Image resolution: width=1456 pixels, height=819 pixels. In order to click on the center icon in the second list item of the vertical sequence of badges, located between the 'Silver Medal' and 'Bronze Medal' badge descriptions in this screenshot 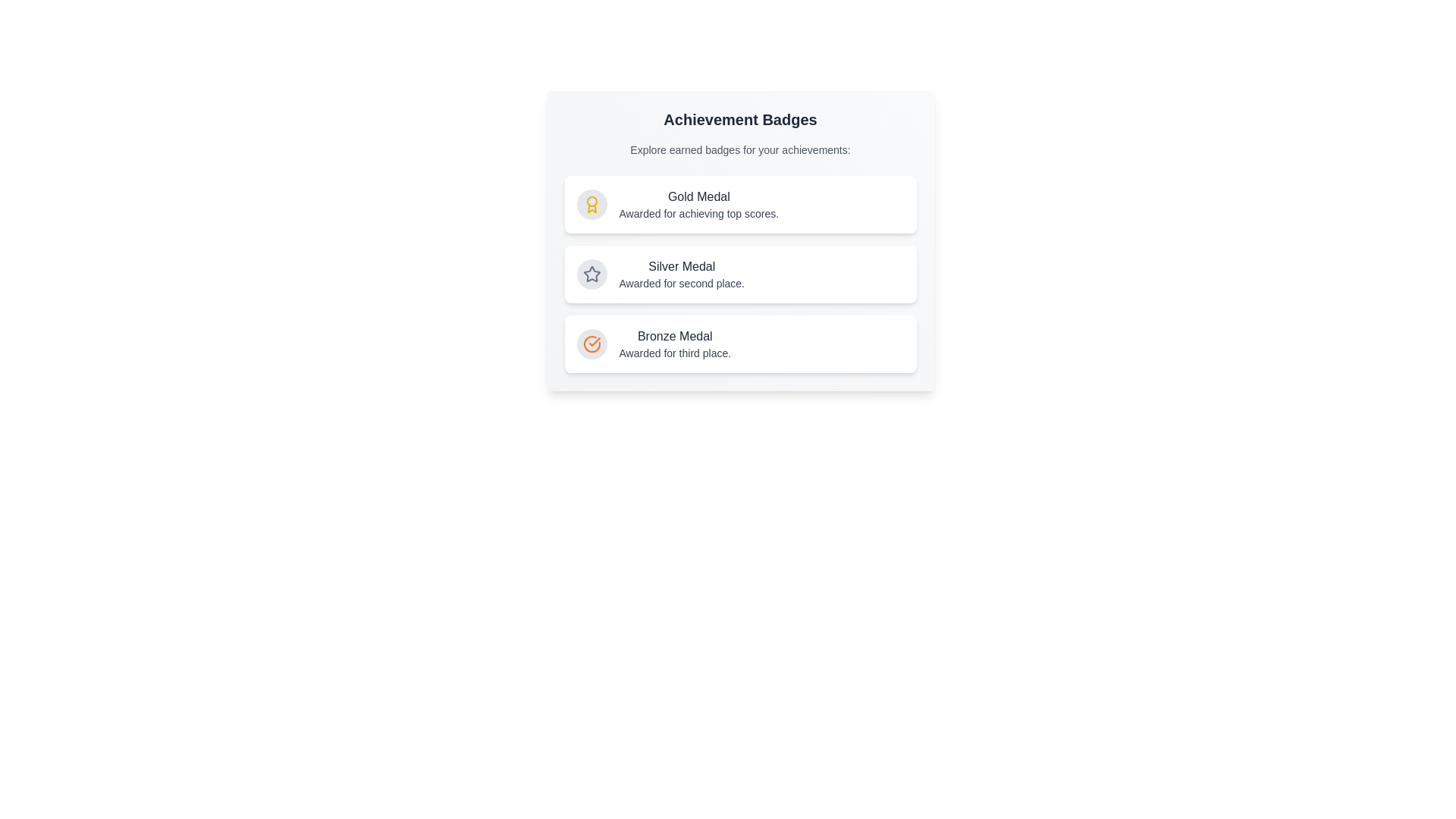, I will do `click(591, 275)`.